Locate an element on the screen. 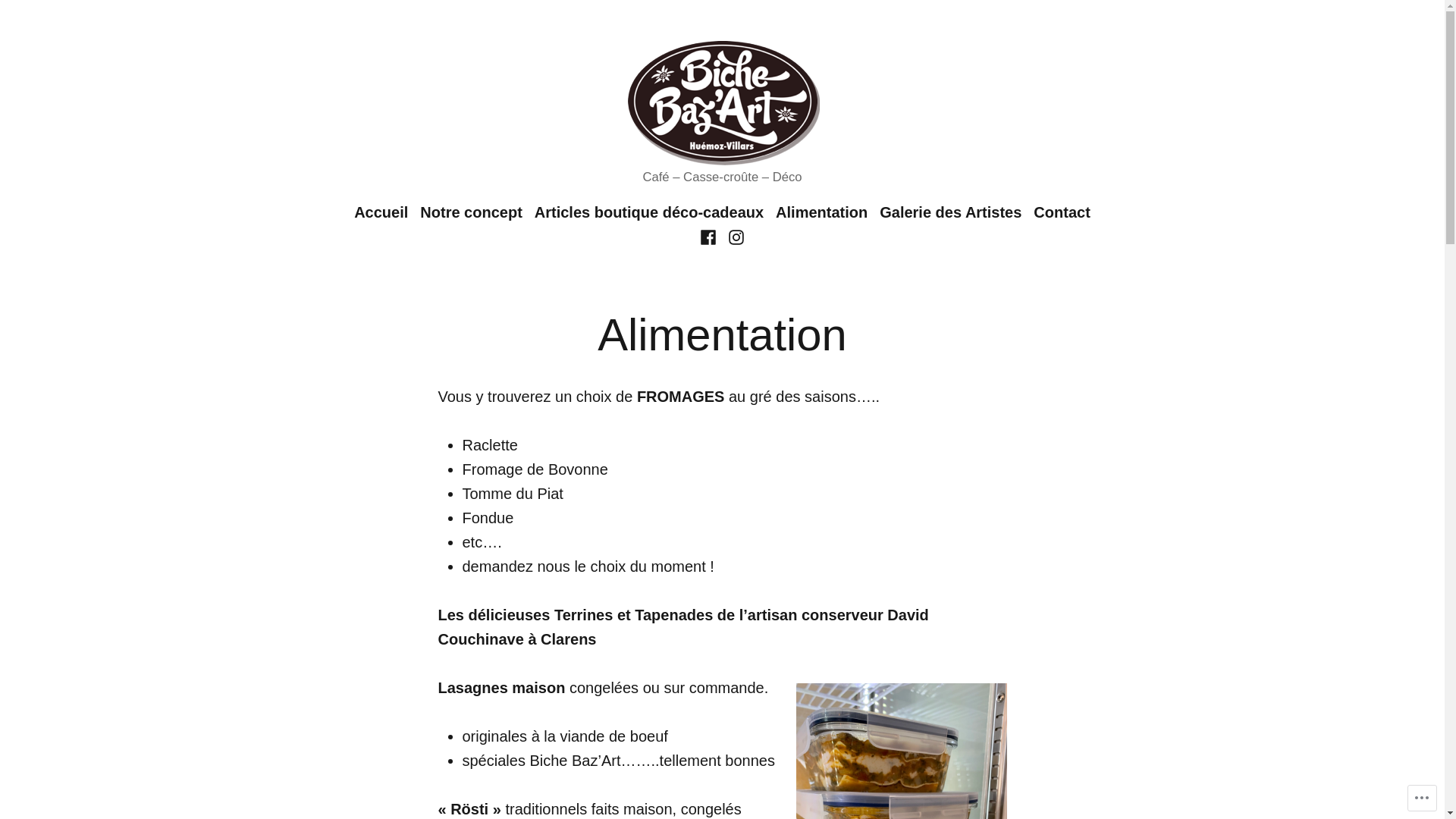  'Galerie des Artistes' is located at coordinates (949, 212).